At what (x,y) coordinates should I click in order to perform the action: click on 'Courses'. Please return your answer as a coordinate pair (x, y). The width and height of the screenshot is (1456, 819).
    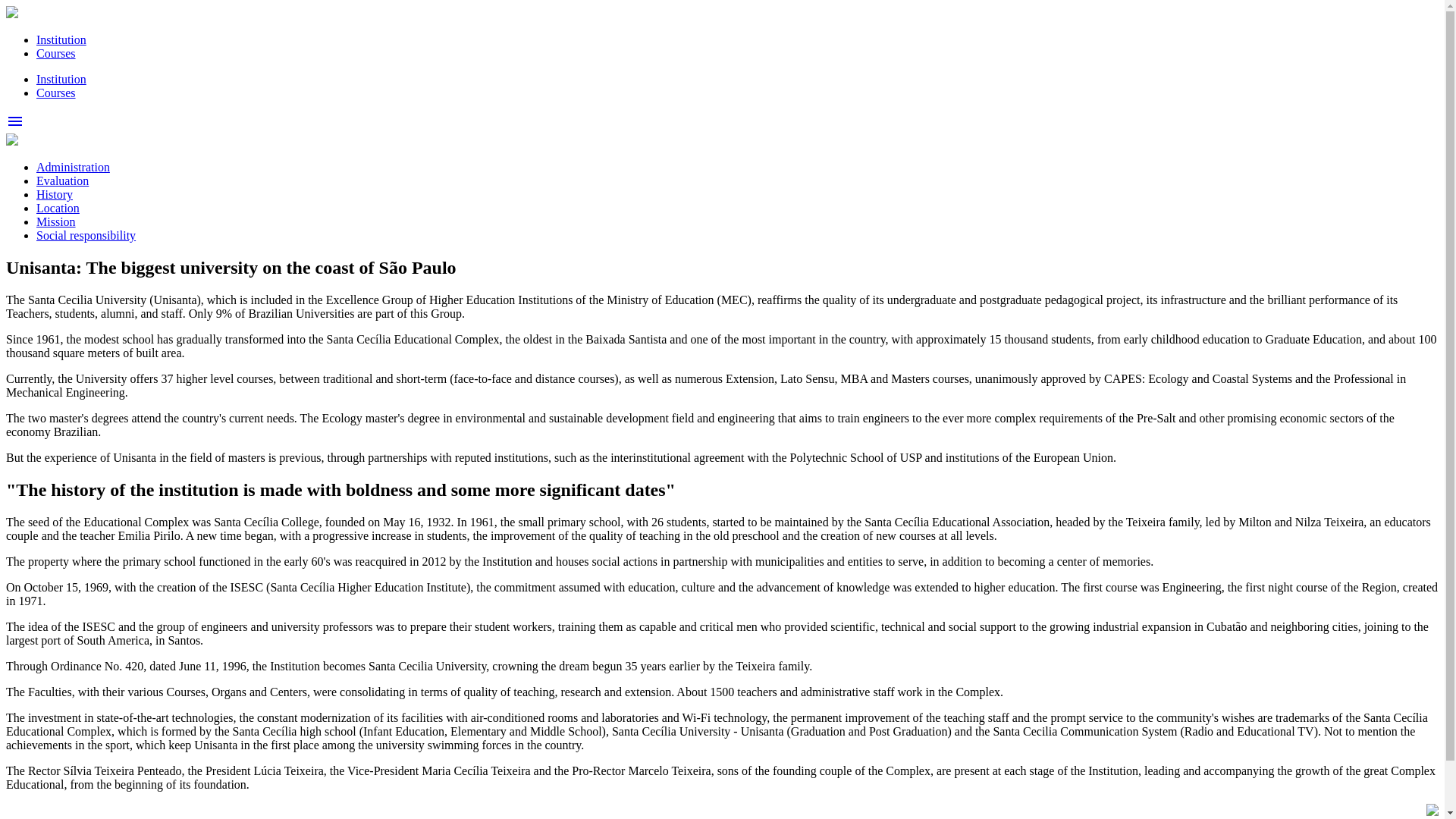
    Looking at the image, I should click on (36, 52).